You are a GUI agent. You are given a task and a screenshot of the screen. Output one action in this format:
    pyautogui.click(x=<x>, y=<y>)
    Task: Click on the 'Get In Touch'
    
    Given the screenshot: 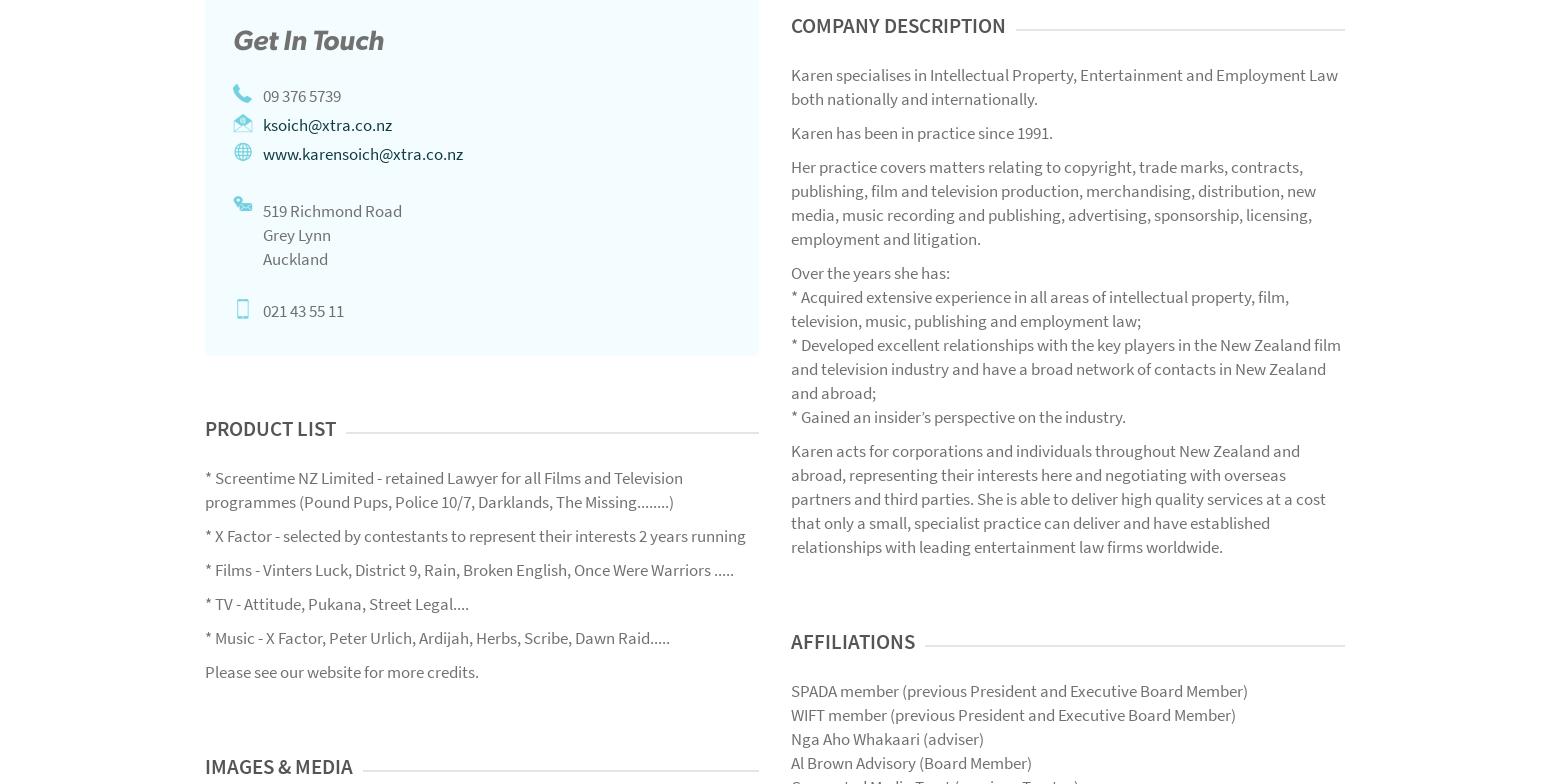 What is the action you would take?
    pyautogui.click(x=308, y=39)
    